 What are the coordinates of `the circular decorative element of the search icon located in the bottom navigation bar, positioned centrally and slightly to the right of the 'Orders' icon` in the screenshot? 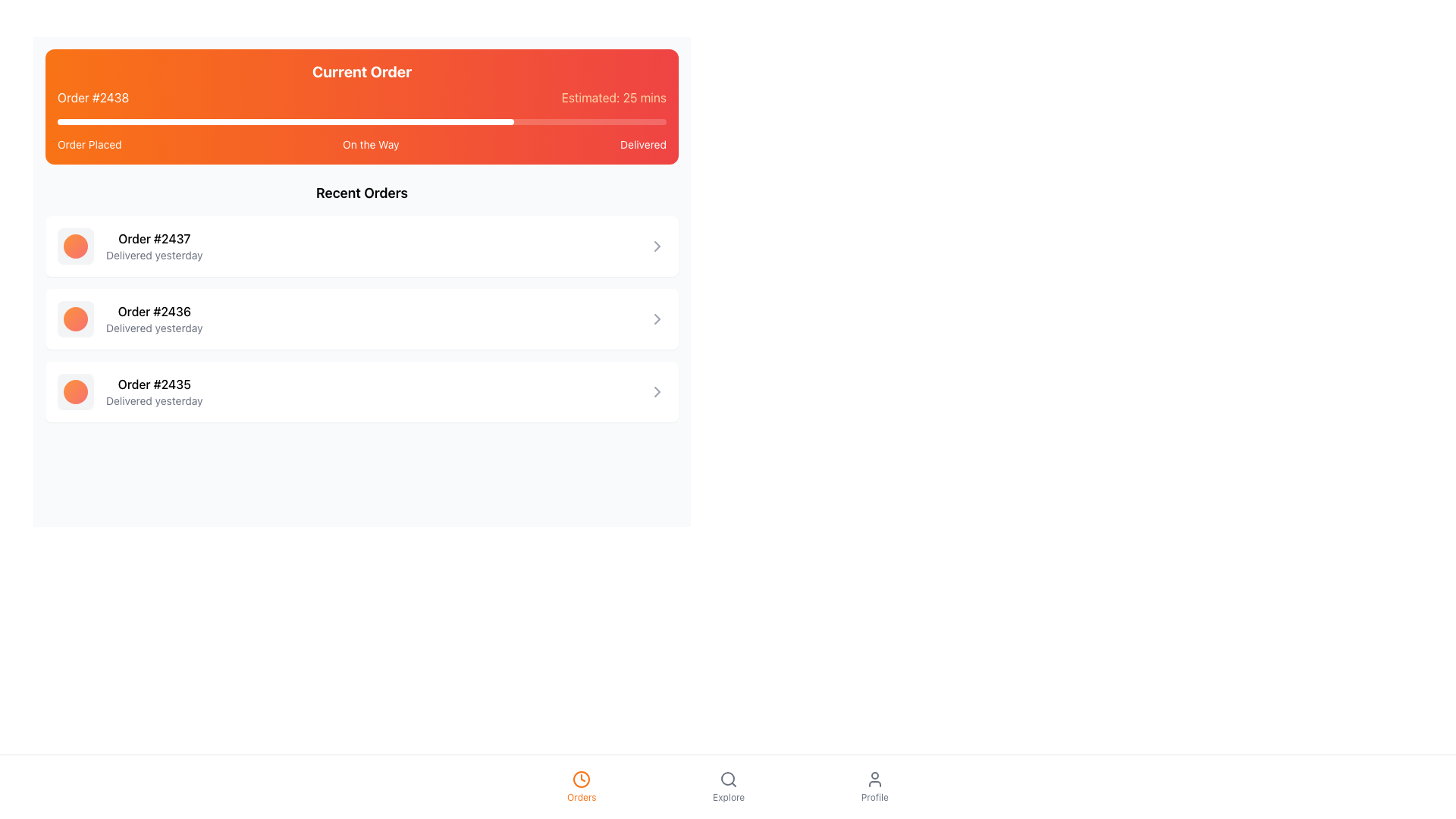 It's located at (728, 778).